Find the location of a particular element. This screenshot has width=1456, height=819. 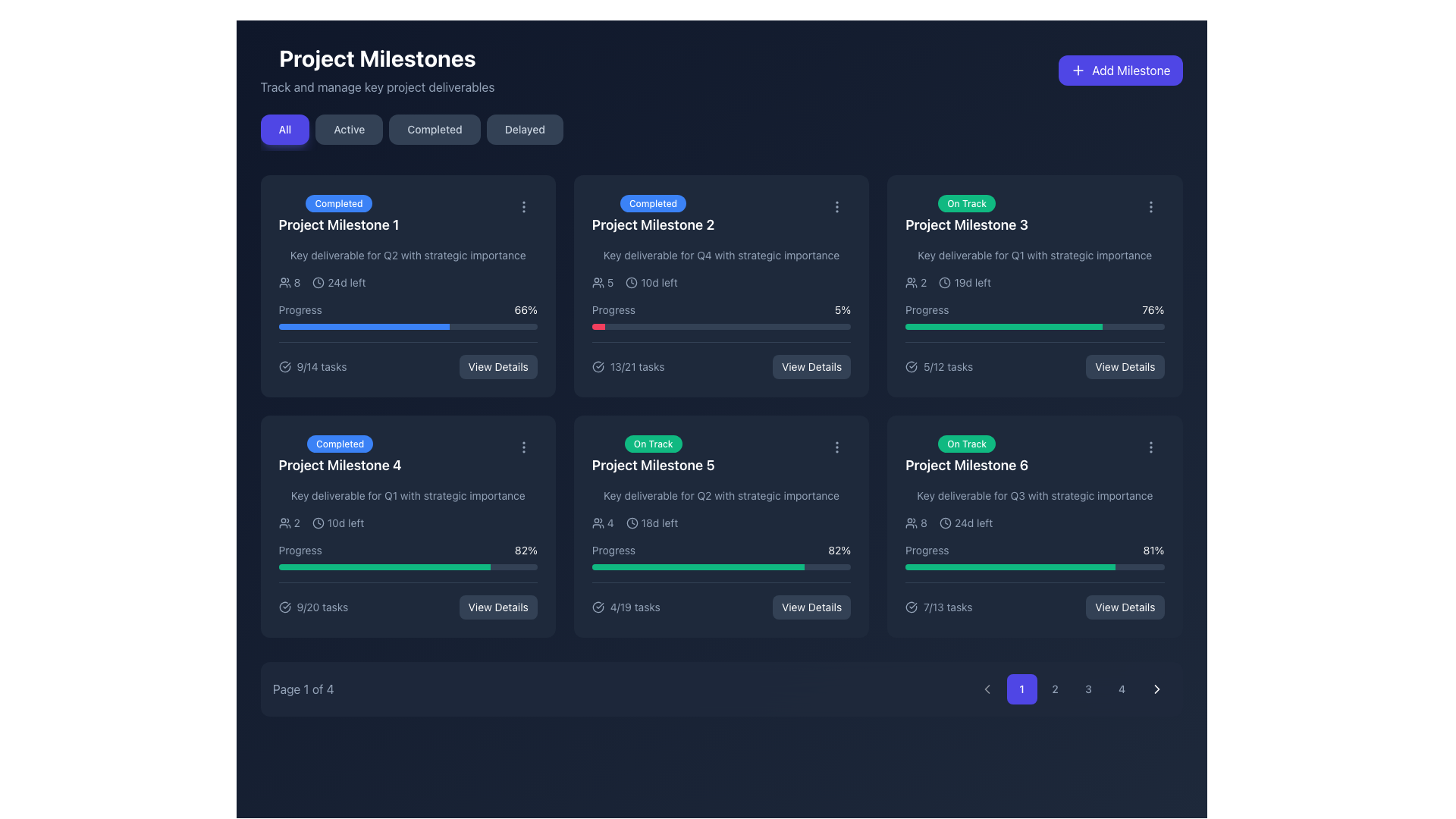

the clock icon that represents the duration of '24d left' in the Project Milestone 1 card, located at the top-left of the milestones grid is located at coordinates (318, 283).